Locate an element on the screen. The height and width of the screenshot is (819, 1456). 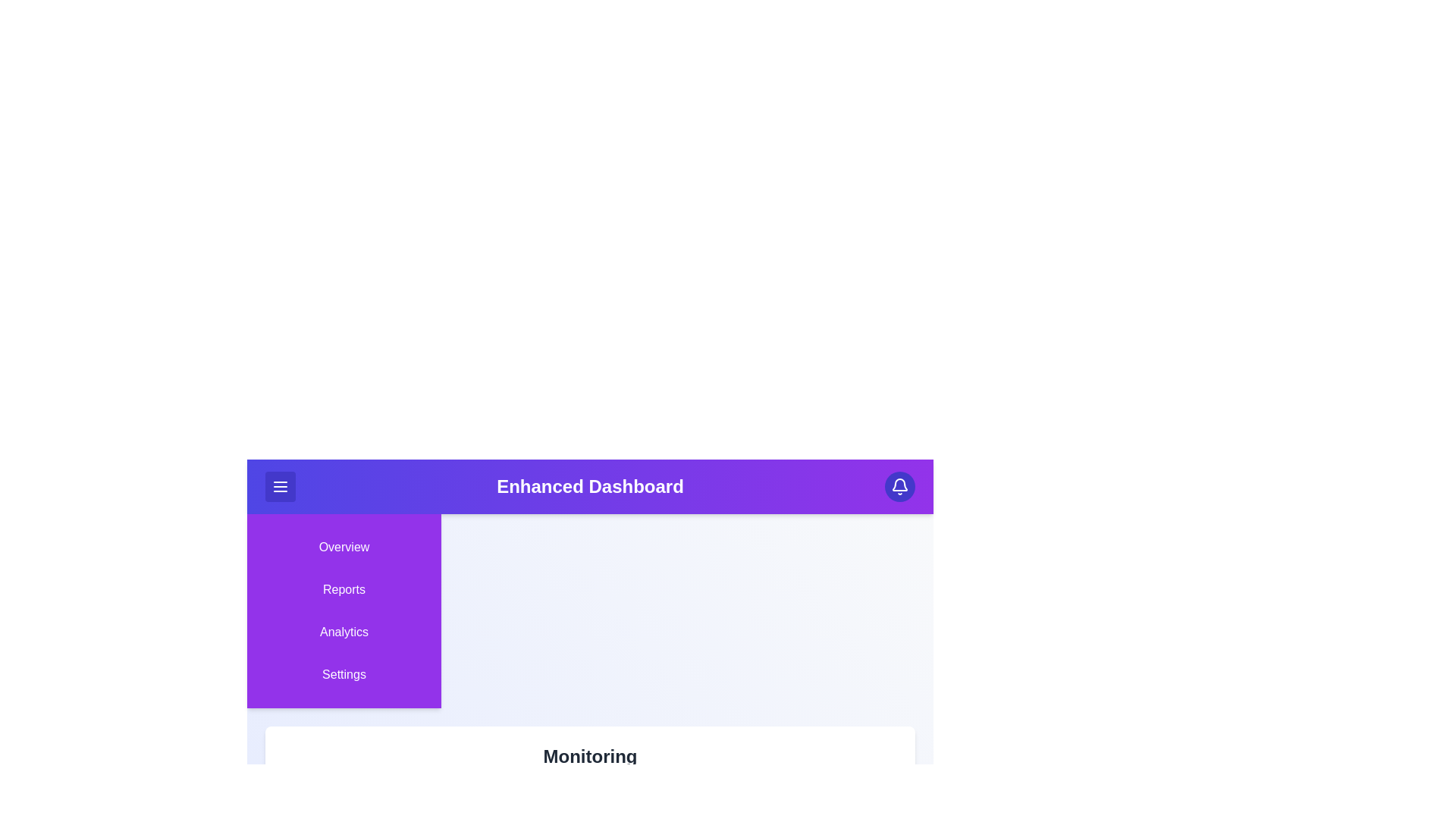
the sidebar menu item Reports to navigate to its section is located at coordinates (344, 589).